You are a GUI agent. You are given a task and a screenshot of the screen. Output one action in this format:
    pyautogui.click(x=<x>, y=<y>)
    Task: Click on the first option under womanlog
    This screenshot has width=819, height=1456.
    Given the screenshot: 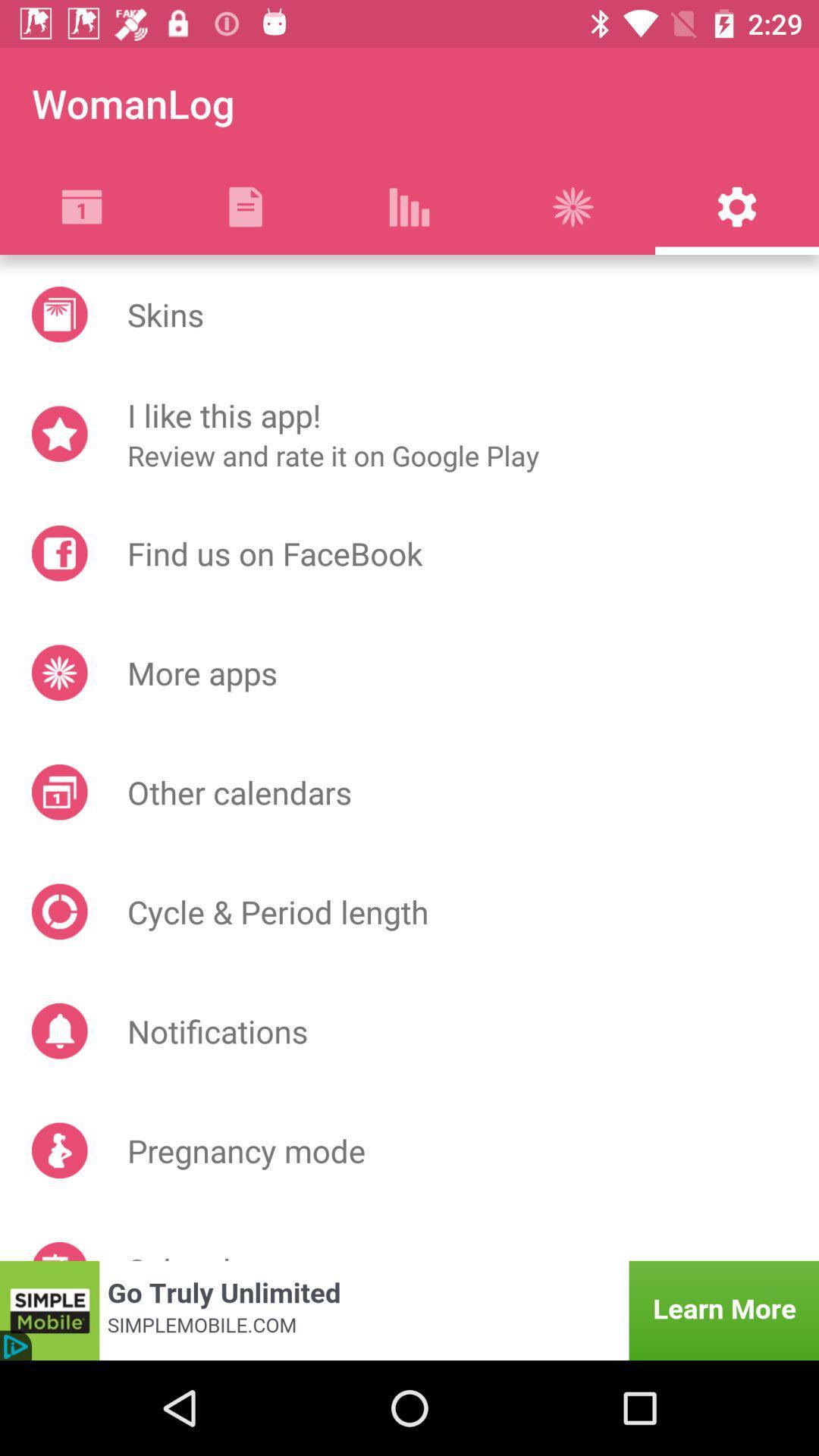 What is the action you would take?
    pyautogui.click(x=82, y=206)
    